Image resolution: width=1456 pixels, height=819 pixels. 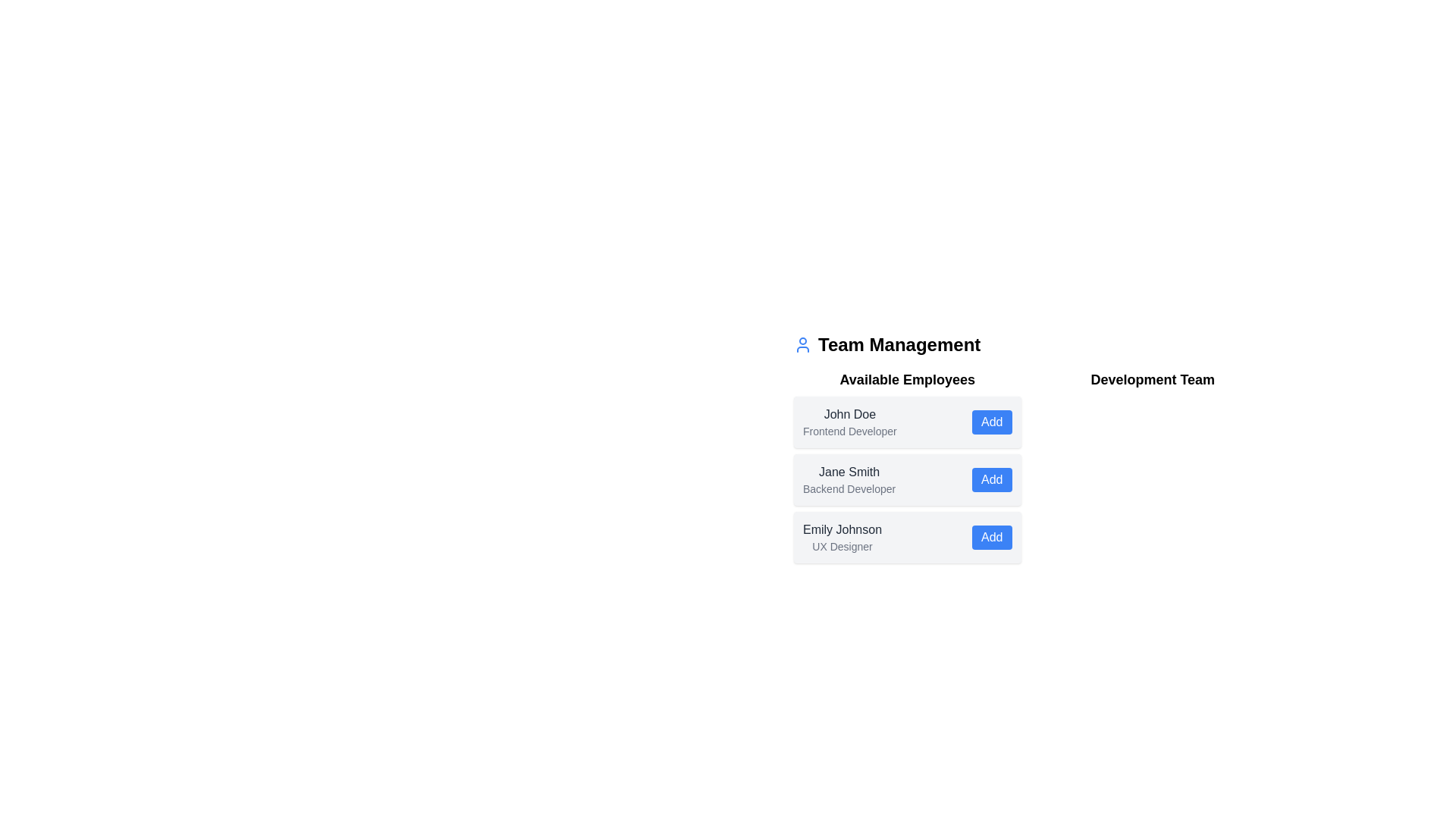 What do you see at coordinates (849, 479) in the screenshot?
I see `the text block displaying 'Jane Smith' and 'Backend Developer', which is the middle item in the employee profiles list under 'Available Employees'` at bounding box center [849, 479].